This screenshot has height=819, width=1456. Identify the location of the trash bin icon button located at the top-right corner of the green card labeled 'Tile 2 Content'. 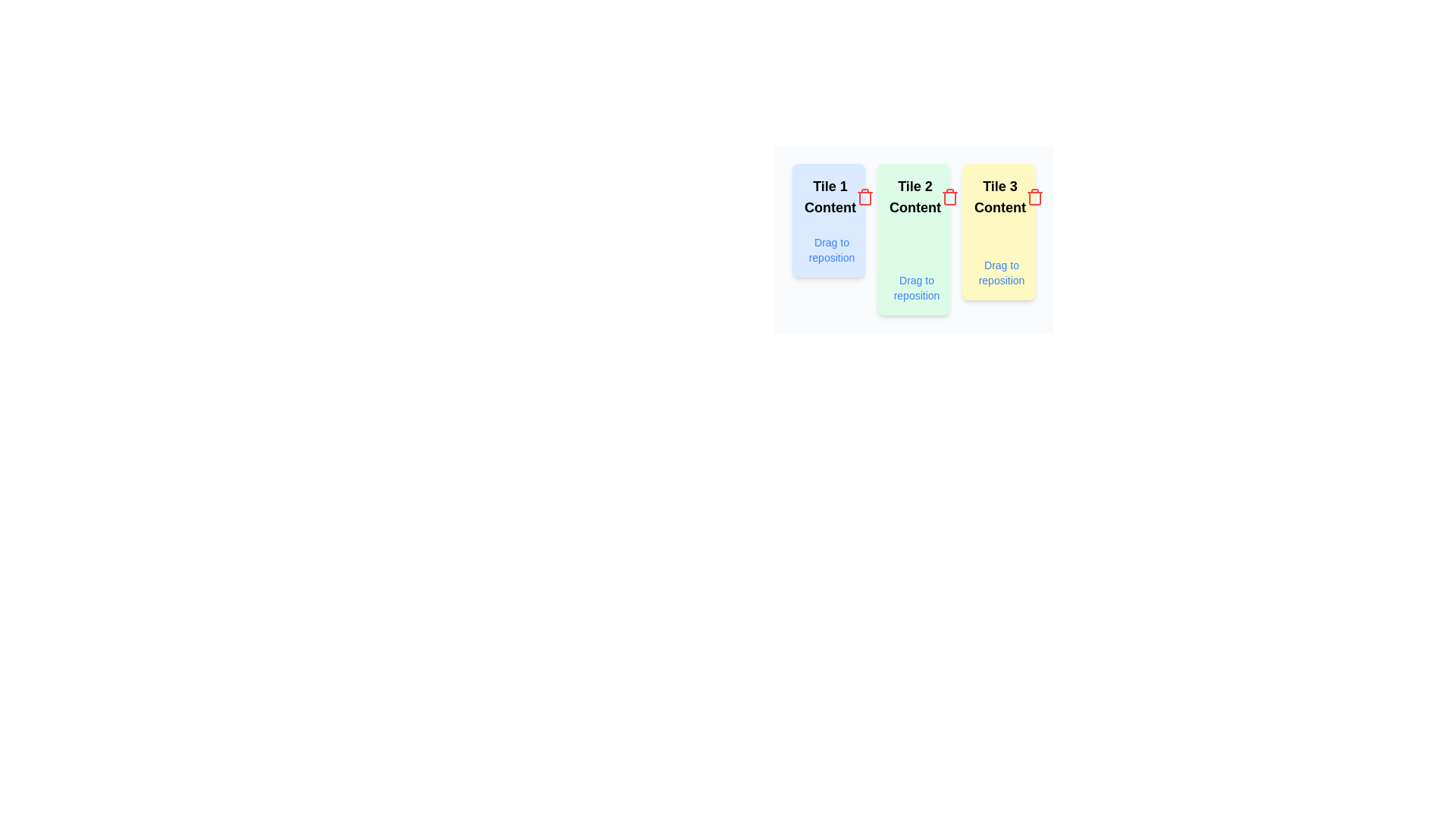
(949, 196).